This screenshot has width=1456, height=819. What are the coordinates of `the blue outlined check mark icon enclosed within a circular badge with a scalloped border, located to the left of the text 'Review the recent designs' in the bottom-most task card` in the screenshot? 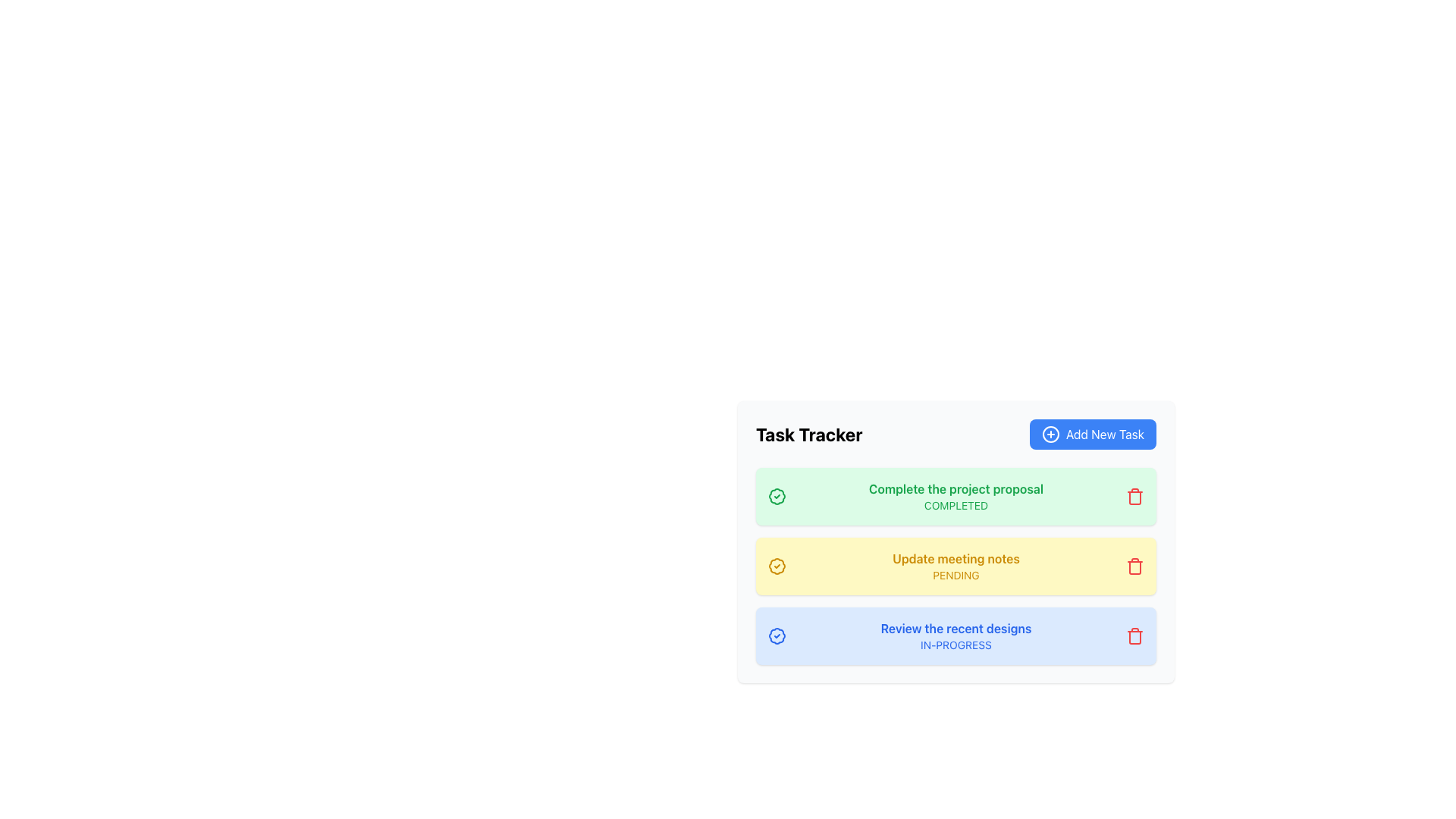 It's located at (777, 636).